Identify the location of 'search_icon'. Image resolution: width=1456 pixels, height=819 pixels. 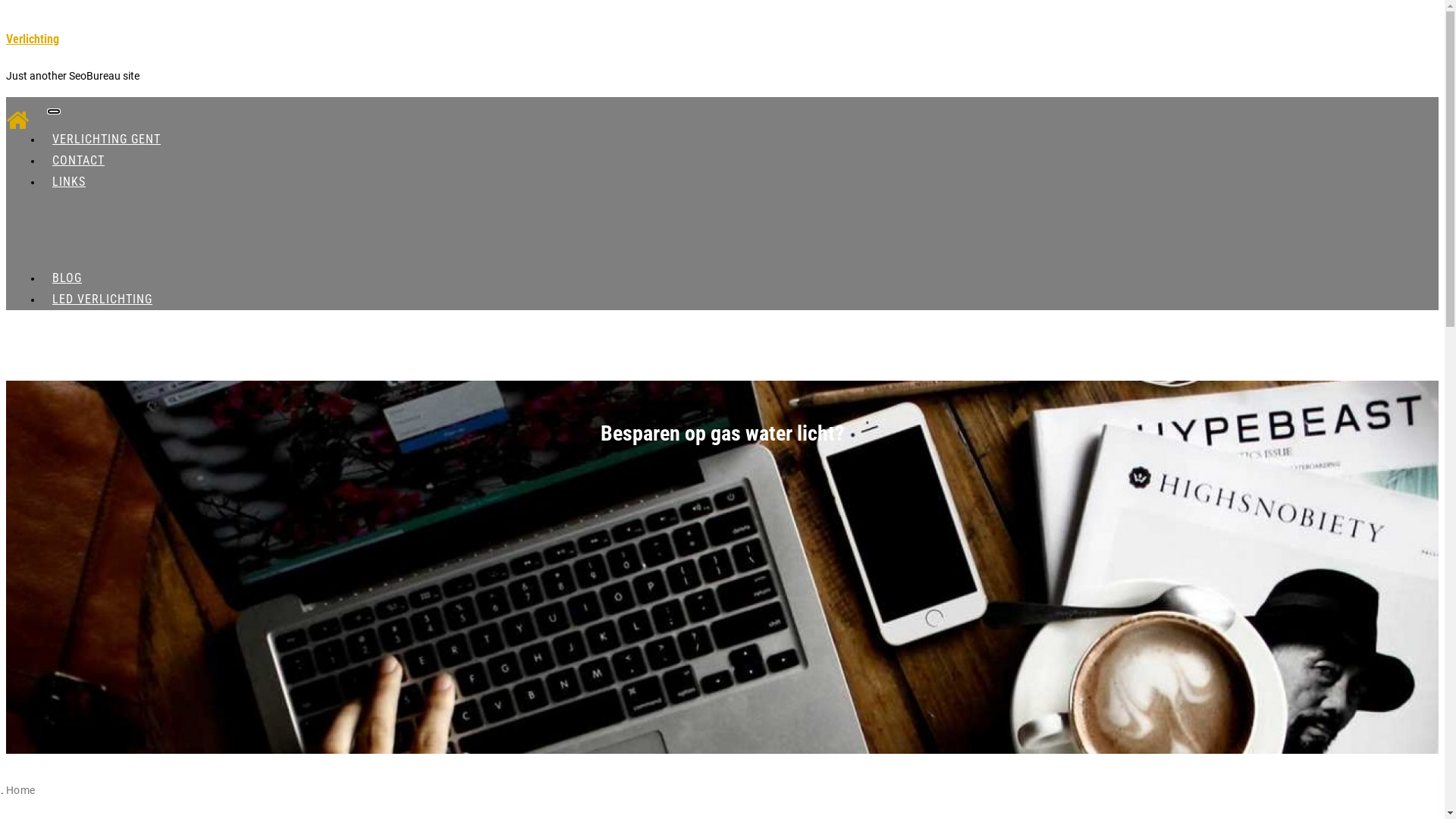
(899, 356).